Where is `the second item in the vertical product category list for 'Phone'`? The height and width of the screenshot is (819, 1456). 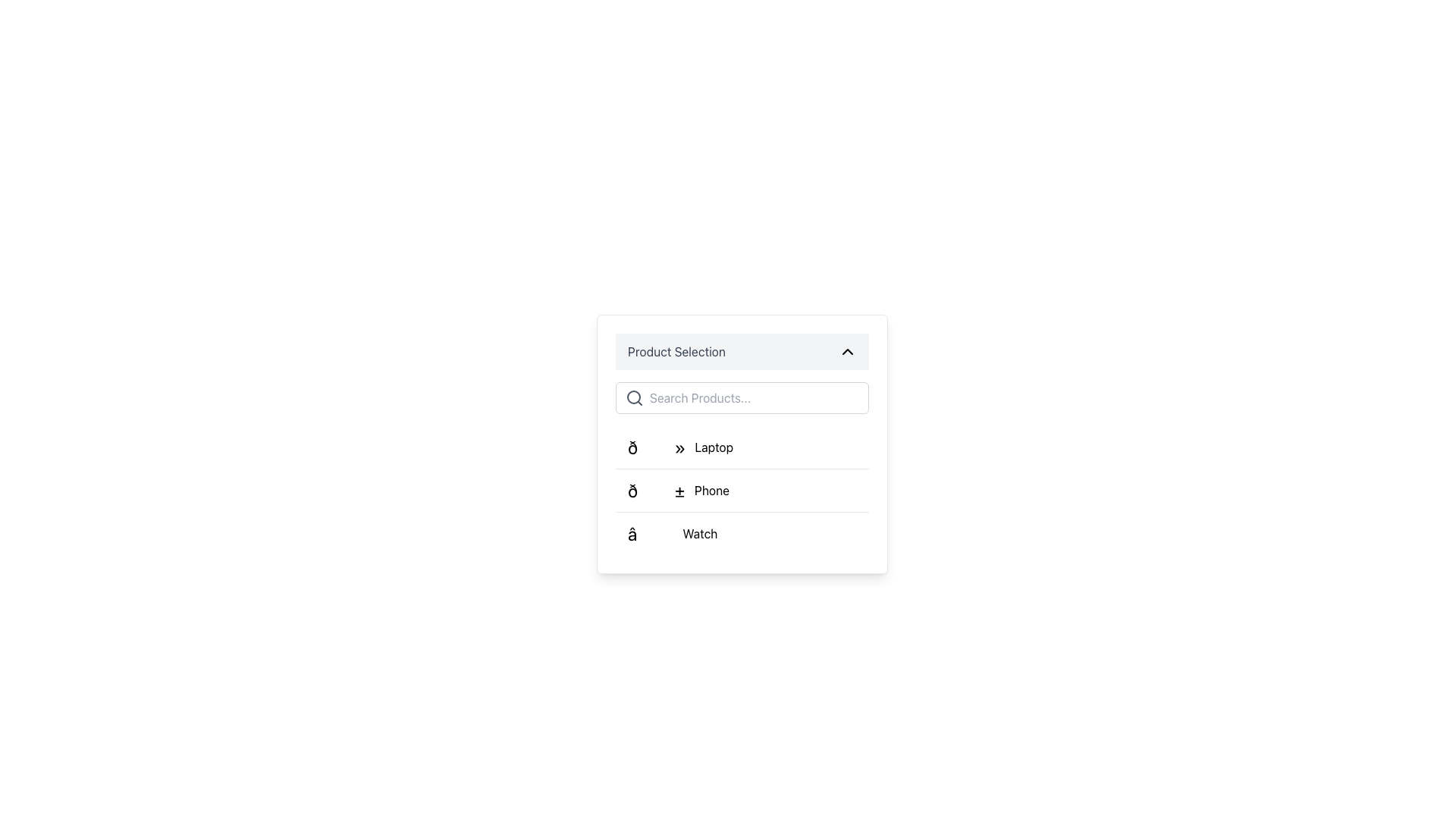
the second item in the vertical product category list for 'Phone' is located at coordinates (742, 491).